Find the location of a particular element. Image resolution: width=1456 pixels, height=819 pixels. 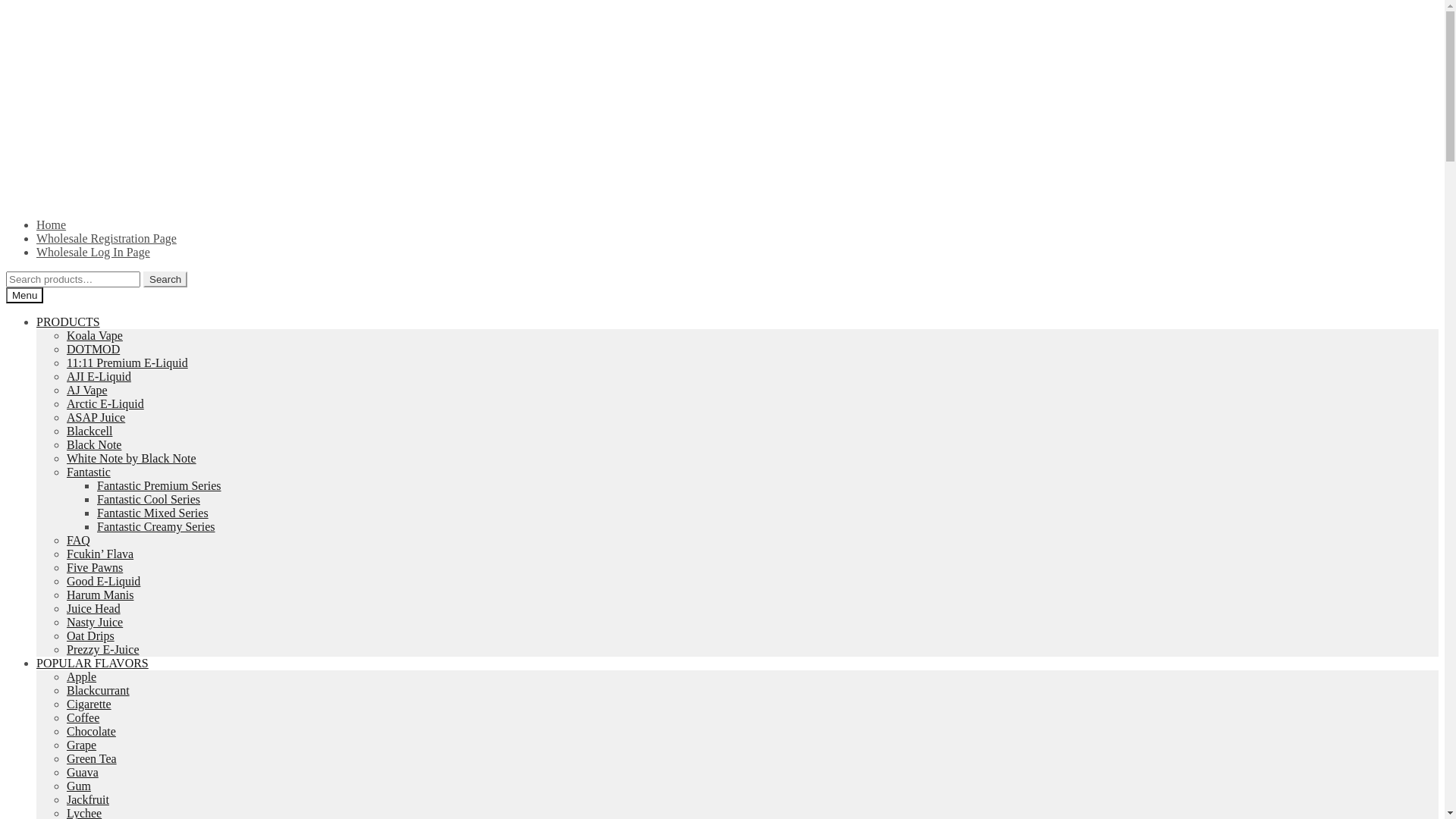

'POPULAR FLAVORS' is located at coordinates (36, 662).